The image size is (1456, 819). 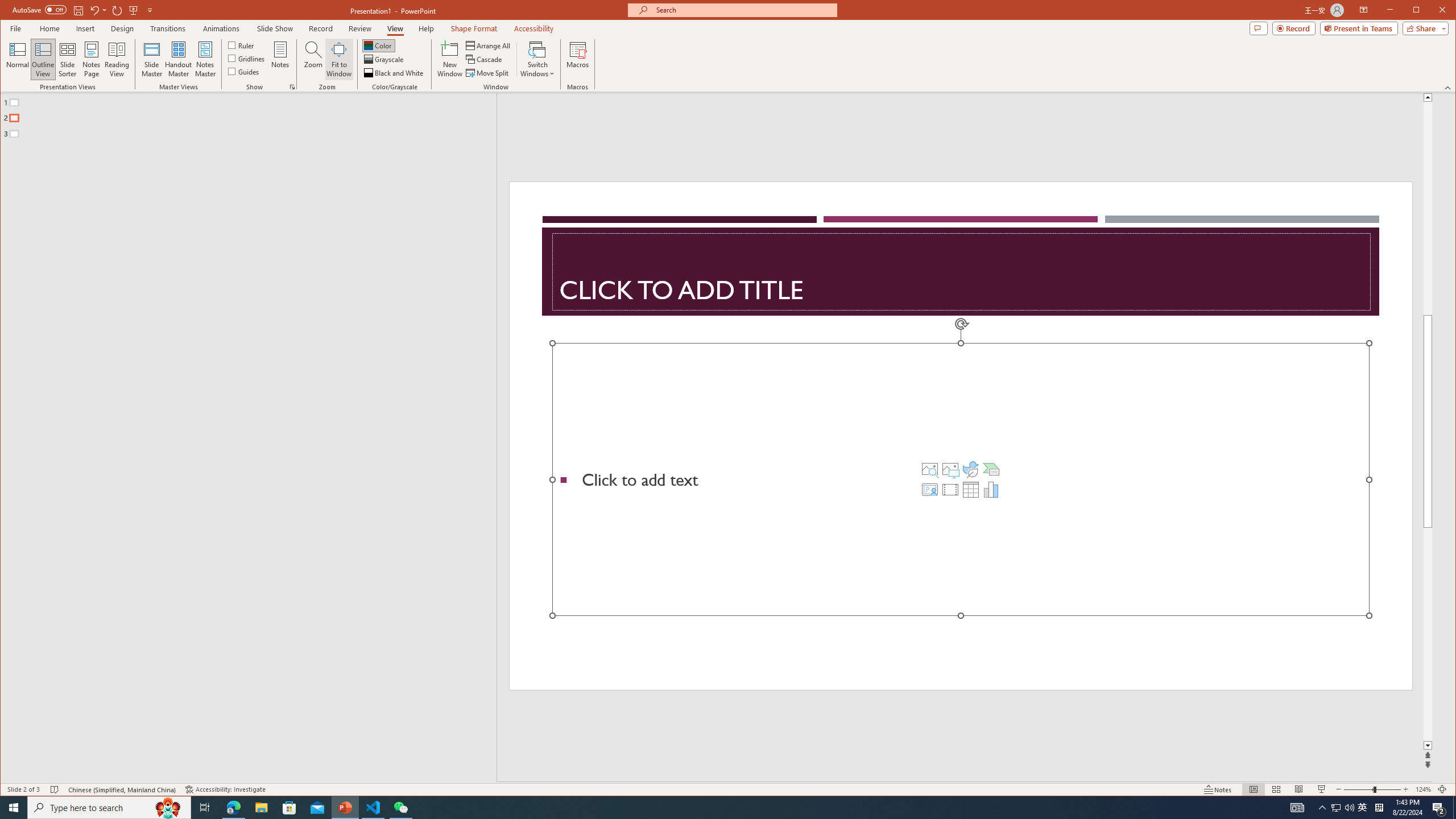 What do you see at coordinates (971, 490) in the screenshot?
I see `'Insert Table'` at bounding box center [971, 490].